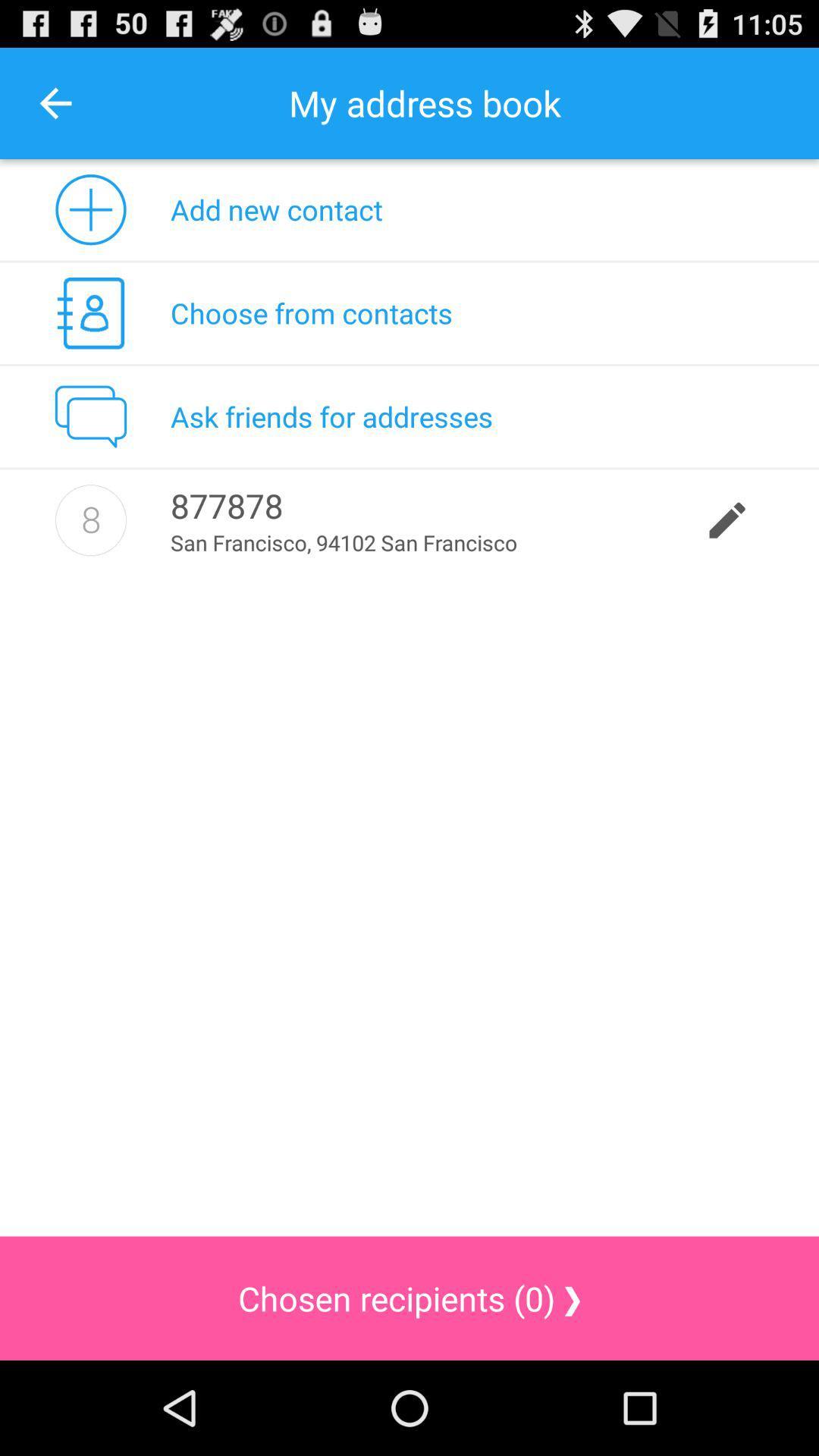 This screenshot has width=819, height=1456. I want to click on icon next to my address book, so click(55, 102).